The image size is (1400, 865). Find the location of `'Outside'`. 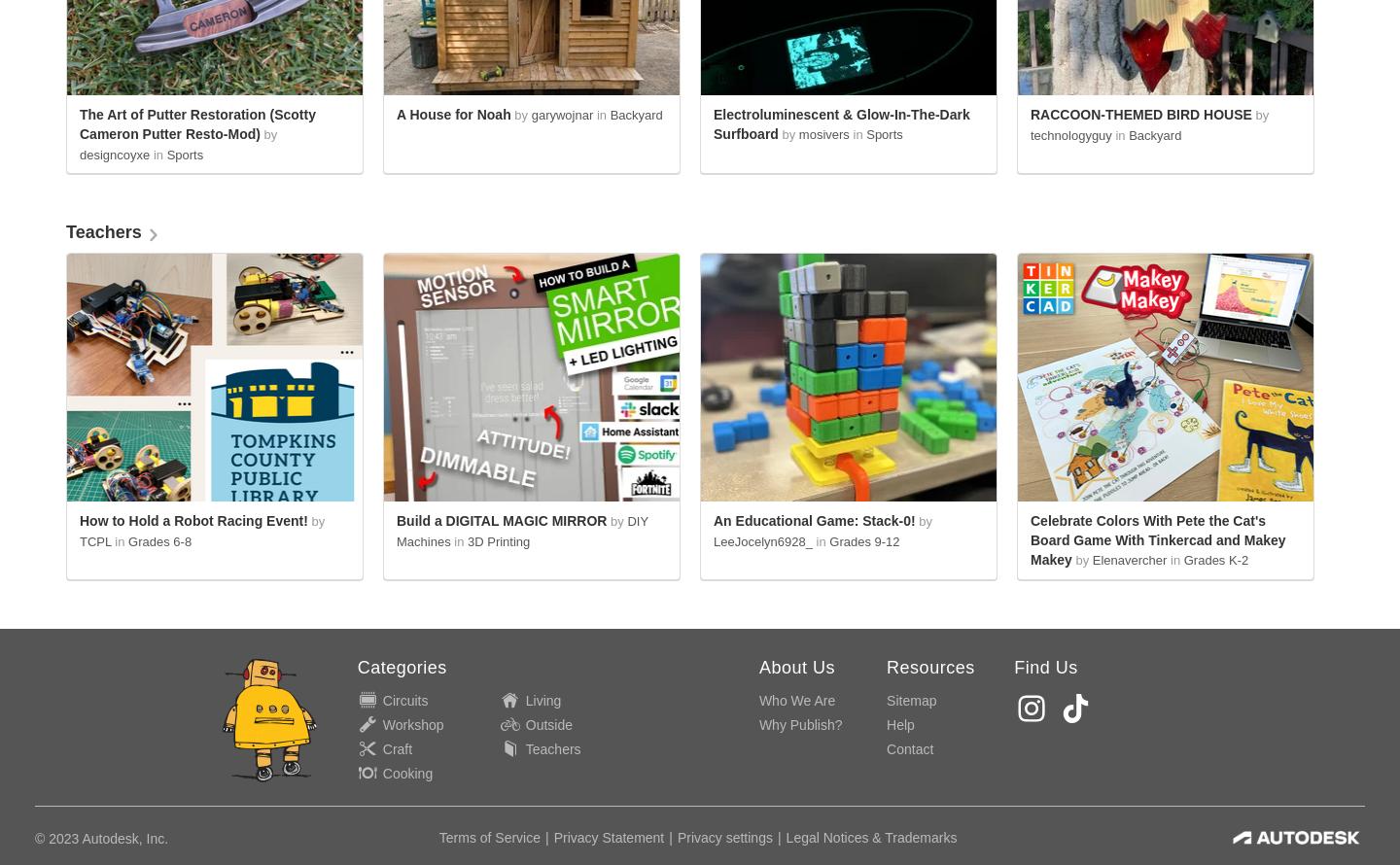

'Outside' is located at coordinates (548, 724).